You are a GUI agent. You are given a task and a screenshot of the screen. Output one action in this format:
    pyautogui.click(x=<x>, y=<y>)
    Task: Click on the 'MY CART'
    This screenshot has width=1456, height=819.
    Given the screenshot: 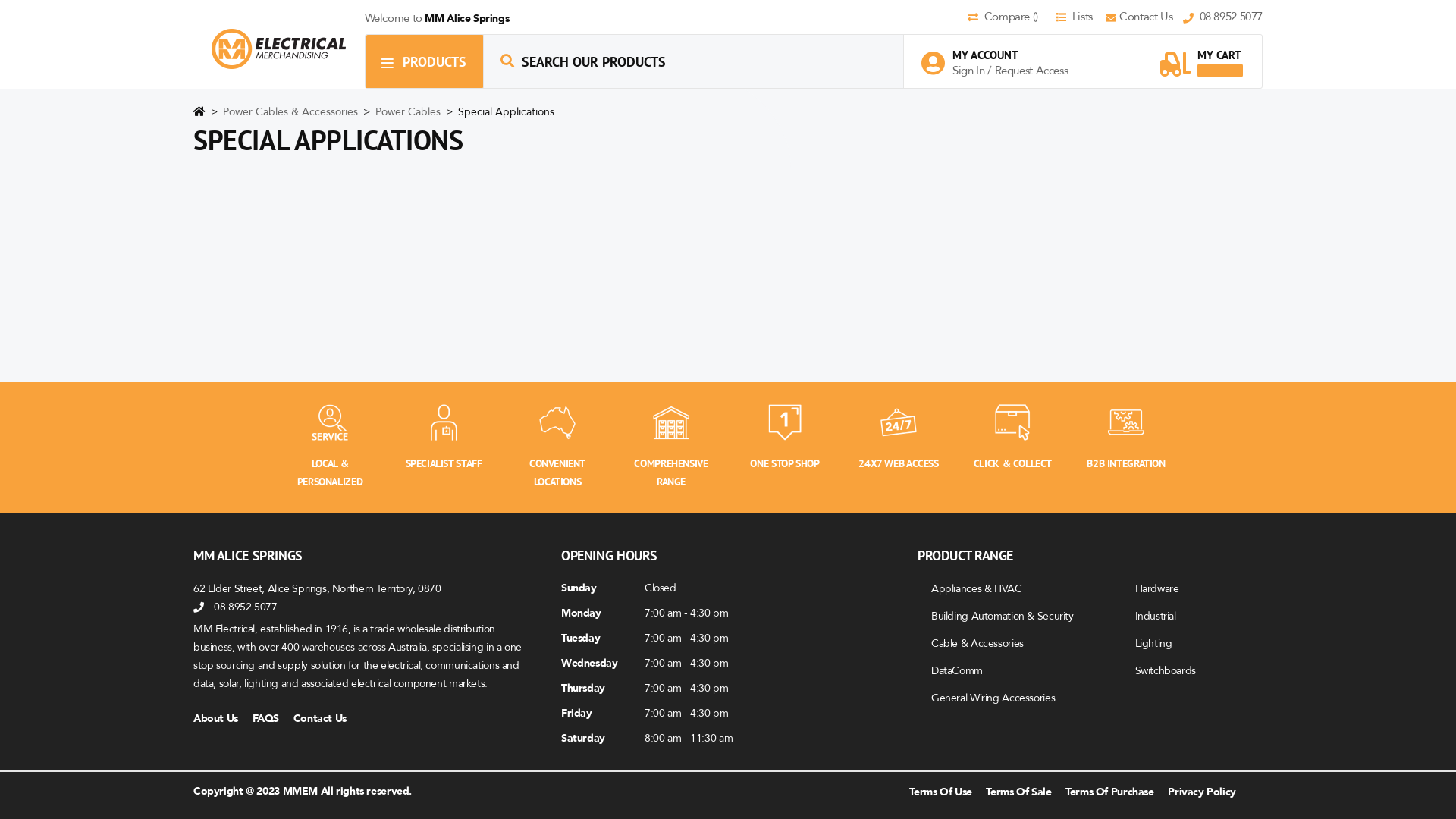 What is the action you would take?
    pyautogui.click(x=1200, y=55)
    